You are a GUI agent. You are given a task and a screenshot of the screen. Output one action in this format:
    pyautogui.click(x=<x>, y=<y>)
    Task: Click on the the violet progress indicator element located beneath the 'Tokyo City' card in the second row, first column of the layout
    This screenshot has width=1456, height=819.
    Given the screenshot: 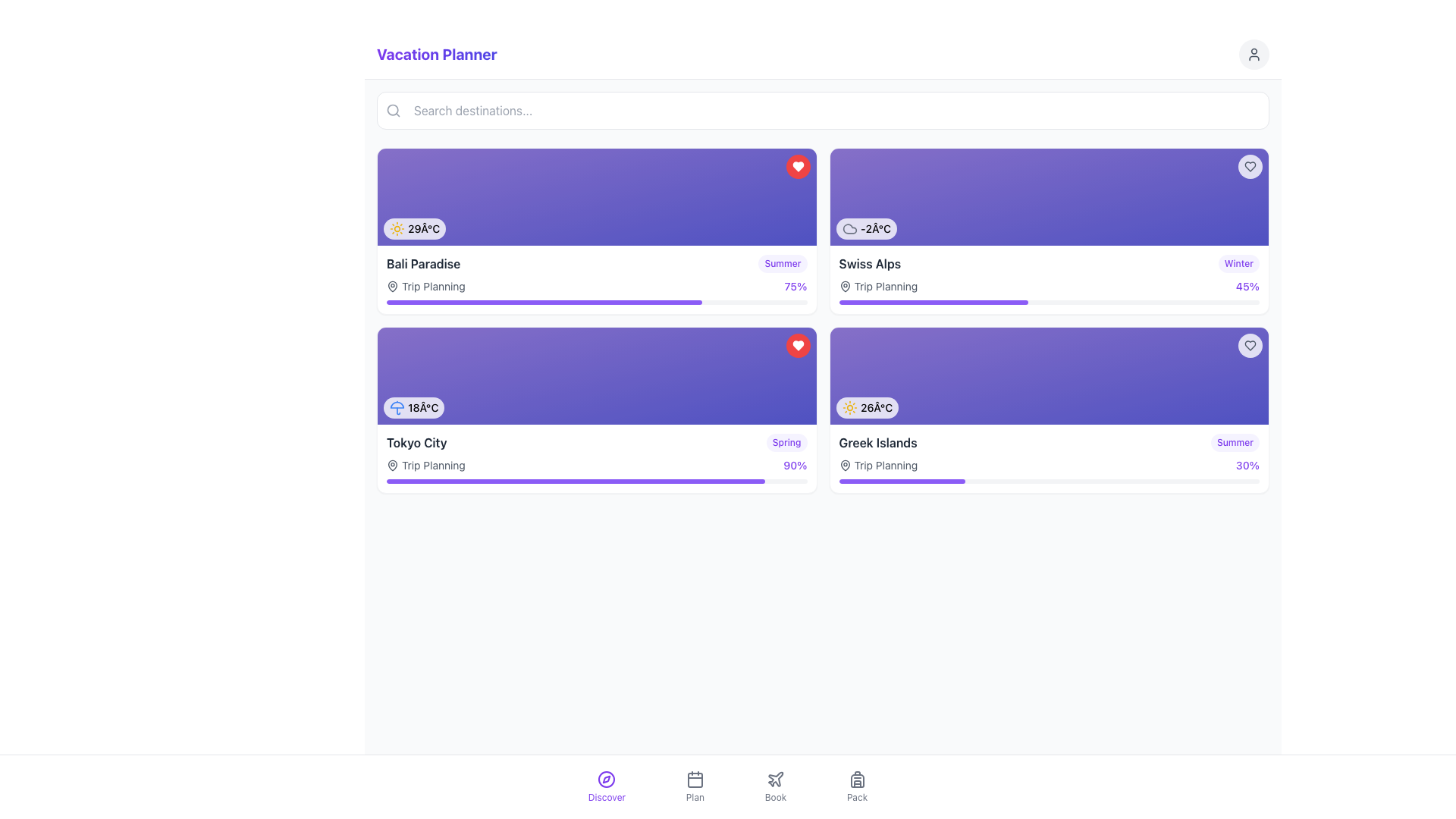 What is the action you would take?
    pyautogui.click(x=575, y=482)
    